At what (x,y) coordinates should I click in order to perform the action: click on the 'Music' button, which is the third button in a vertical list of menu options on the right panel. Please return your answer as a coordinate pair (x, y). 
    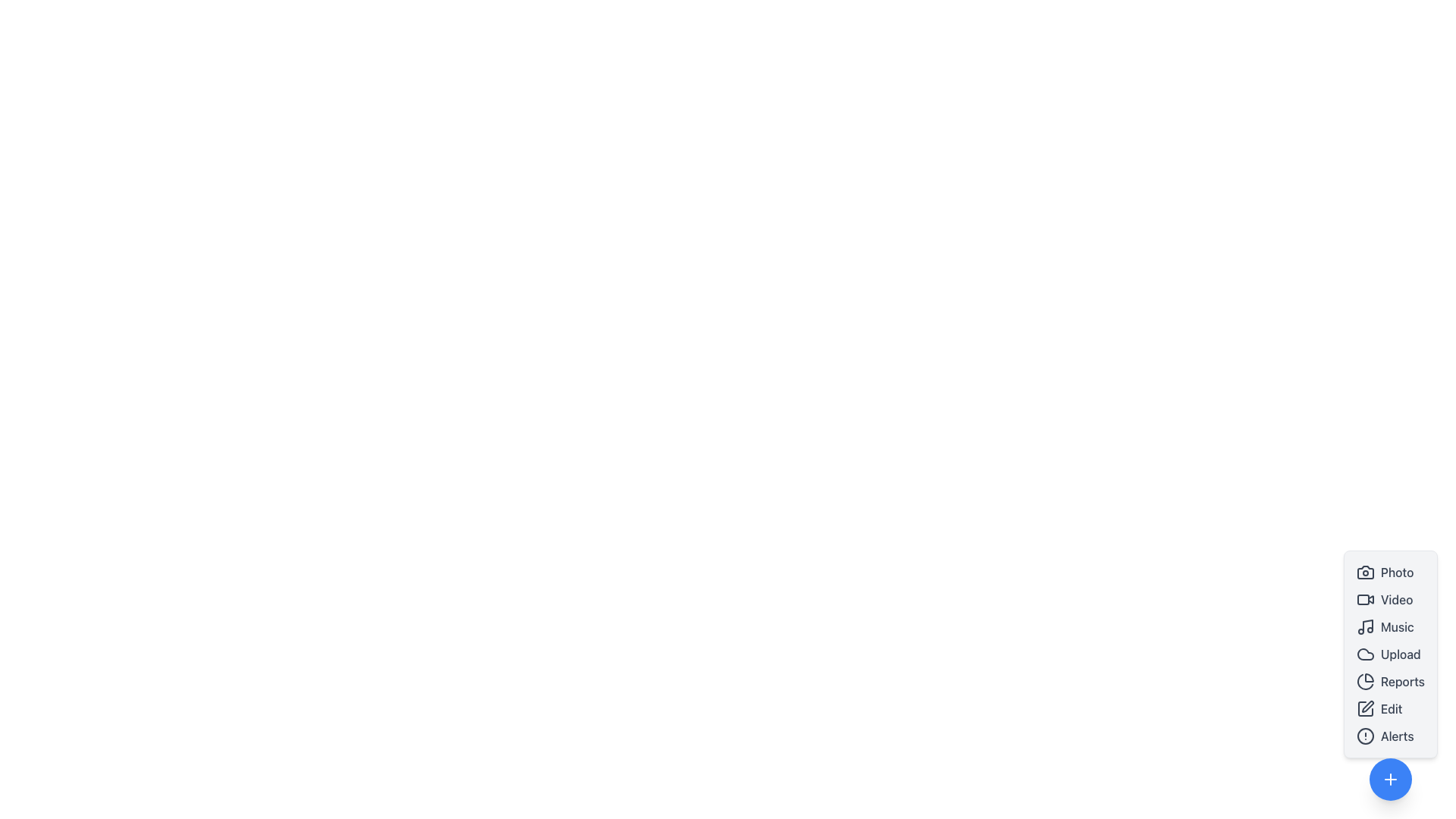
    Looking at the image, I should click on (1385, 626).